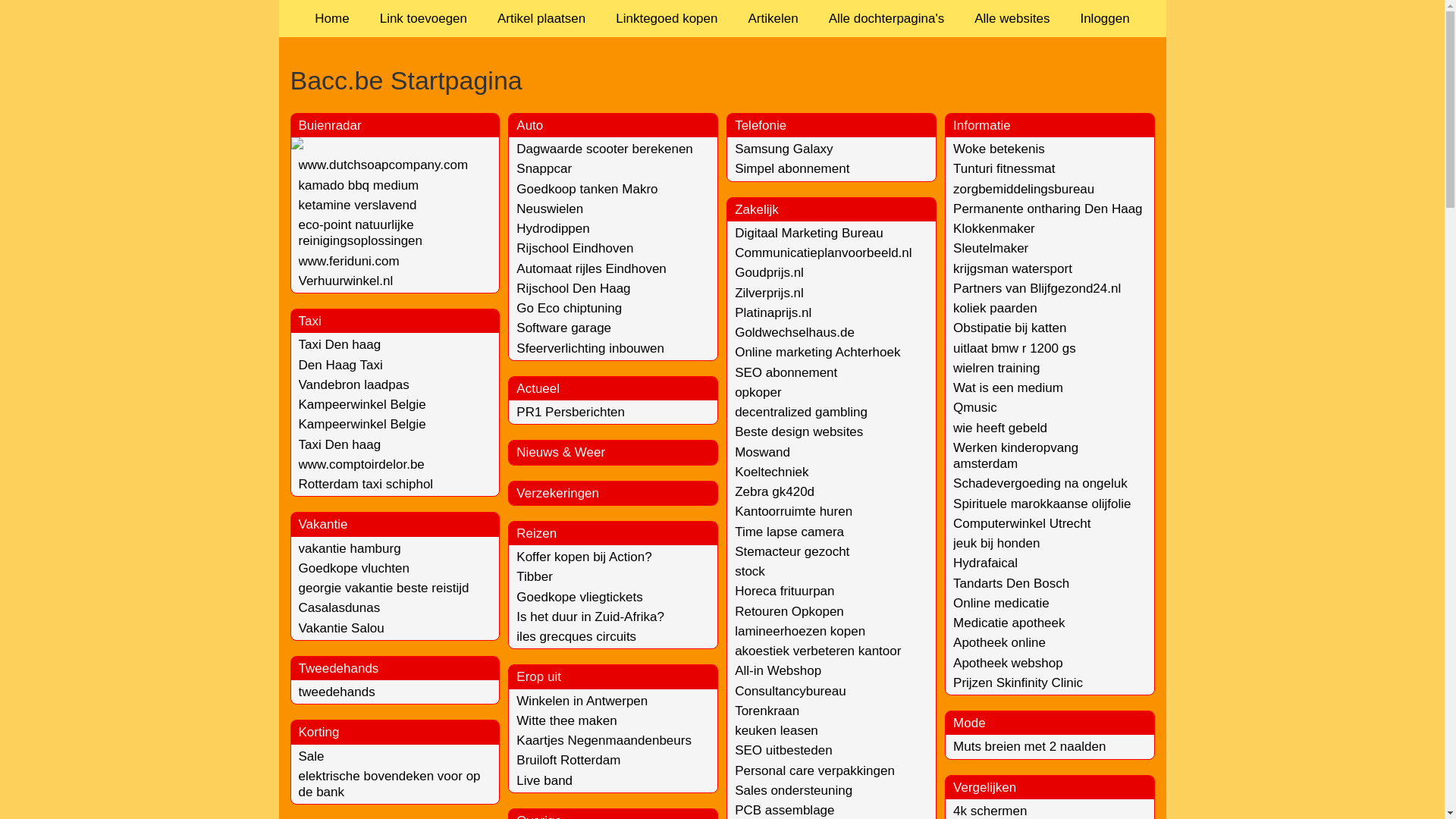  What do you see at coordinates (990, 247) in the screenshot?
I see `'Sleutelmaker'` at bounding box center [990, 247].